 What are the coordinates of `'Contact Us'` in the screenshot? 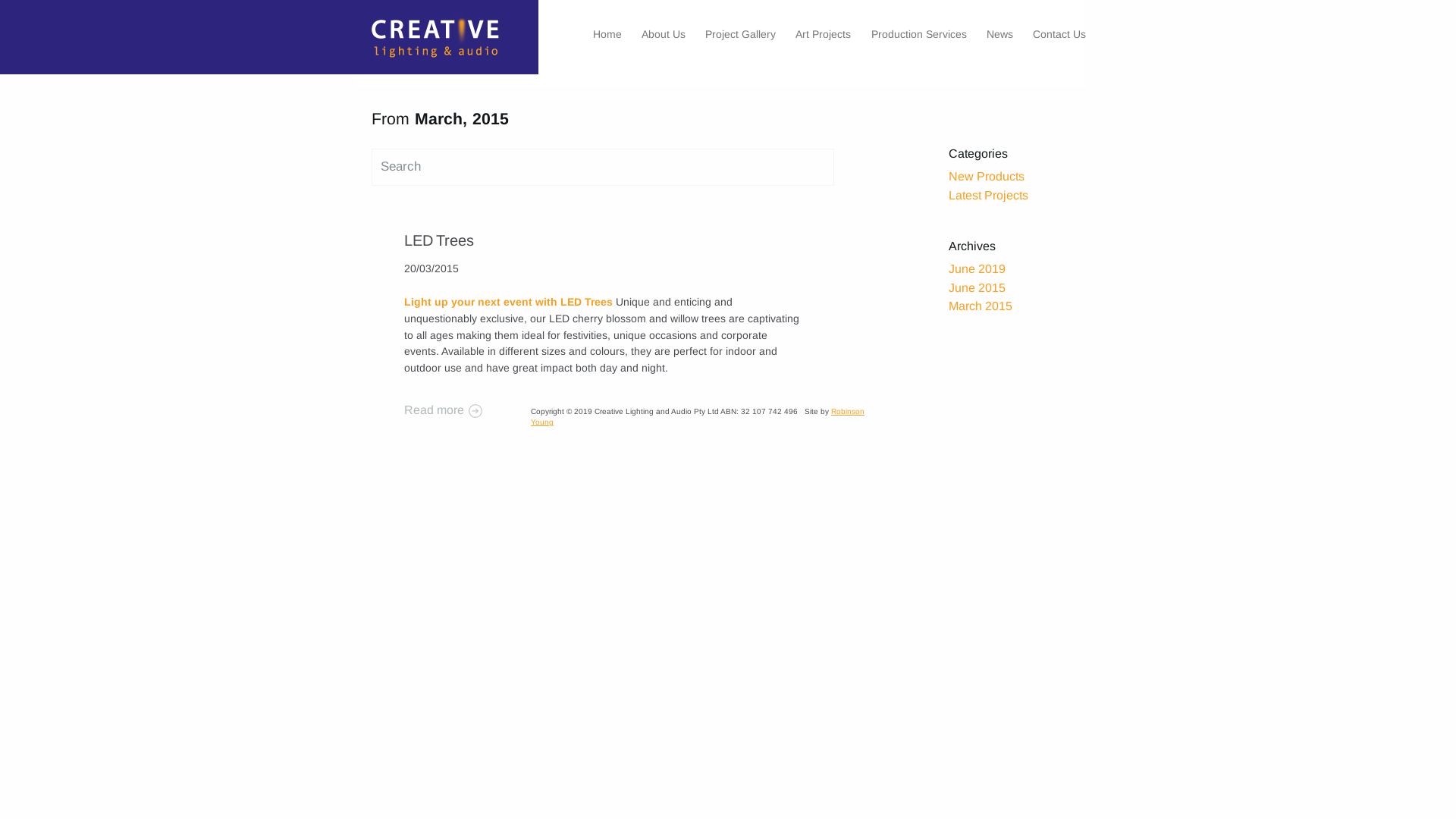 It's located at (1058, 34).